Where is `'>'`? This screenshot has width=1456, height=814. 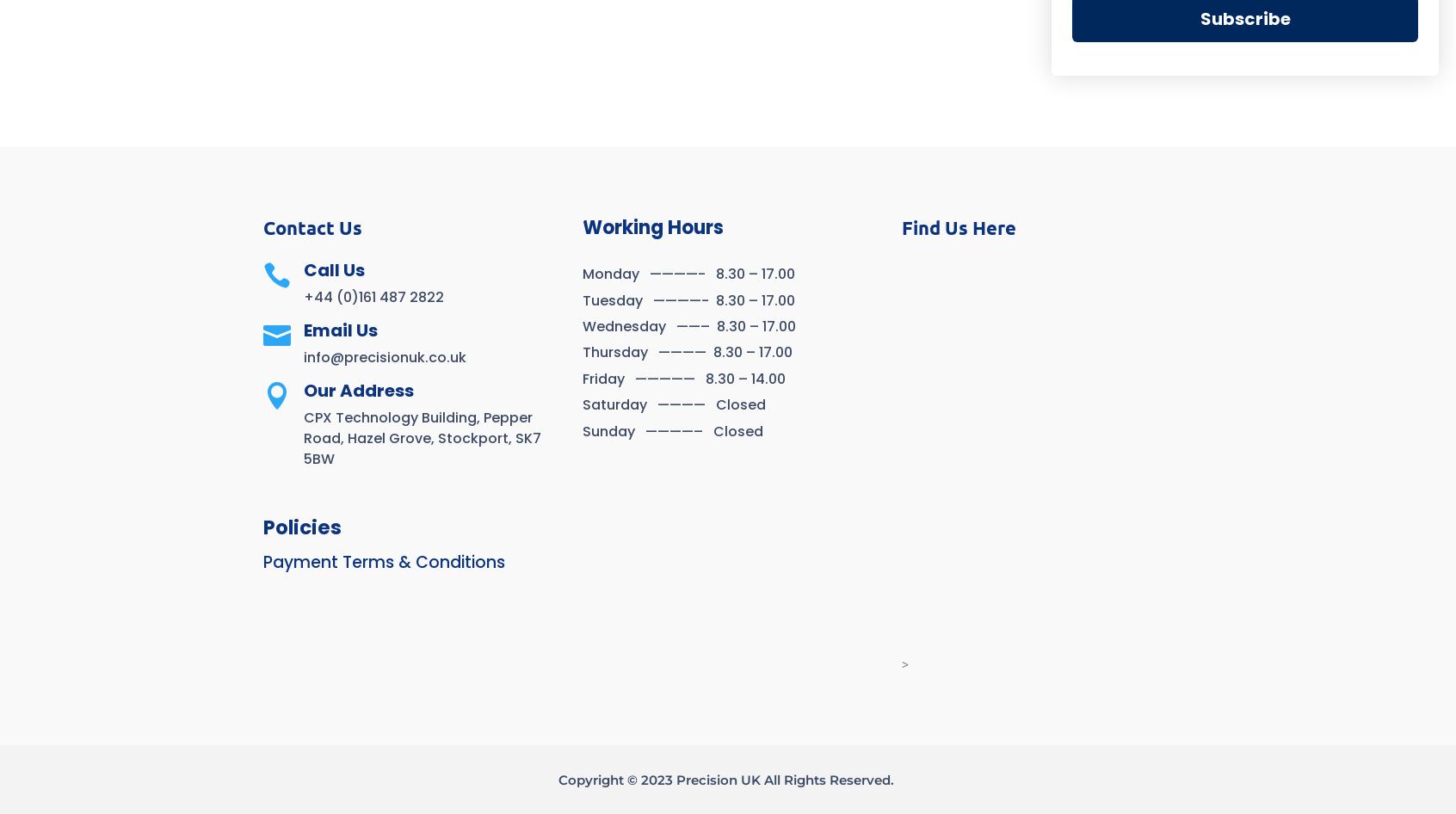
'>' is located at coordinates (904, 663).